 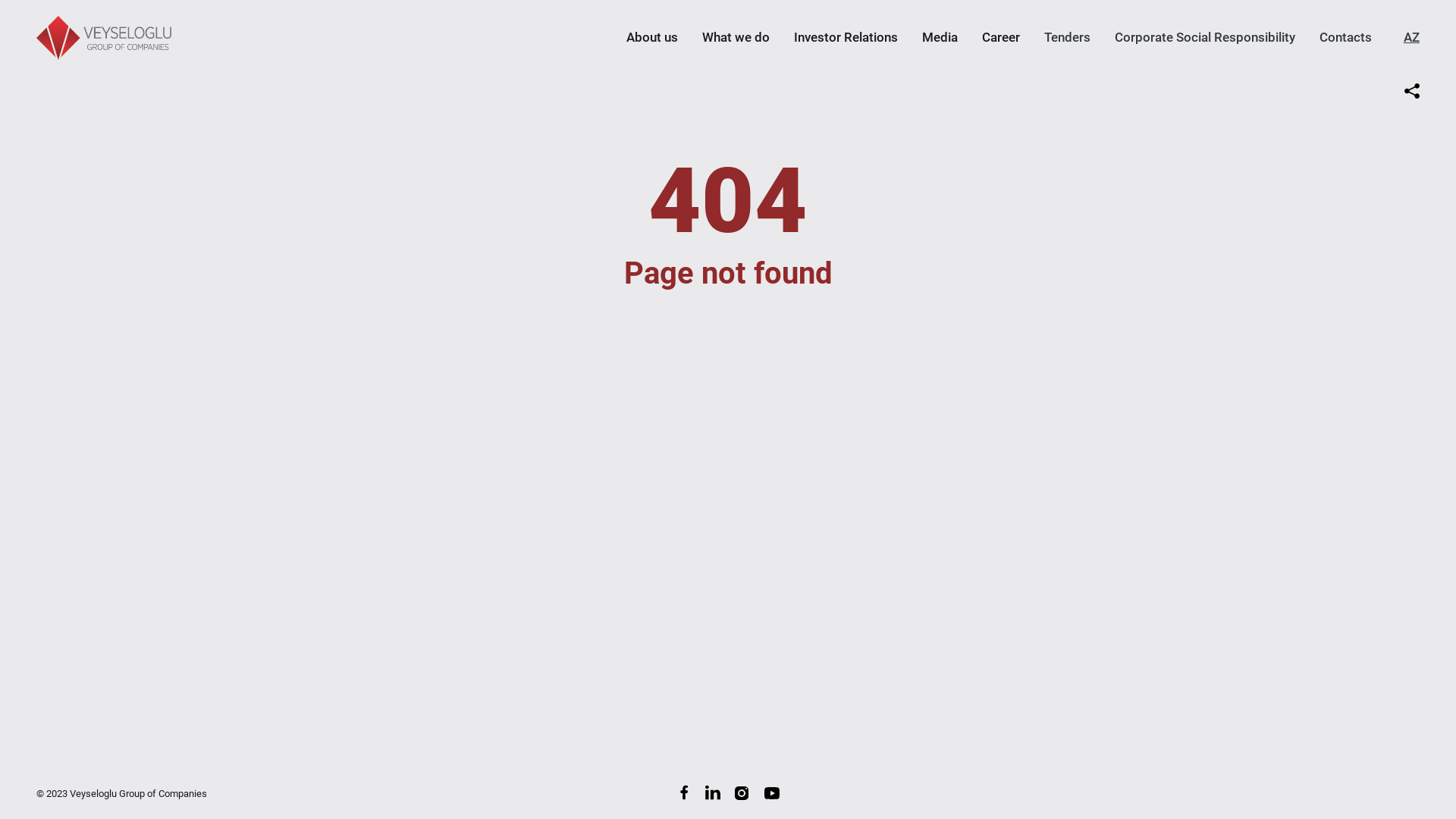 What do you see at coordinates (845, 36) in the screenshot?
I see `'Investor Relations'` at bounding box center [845, 36].